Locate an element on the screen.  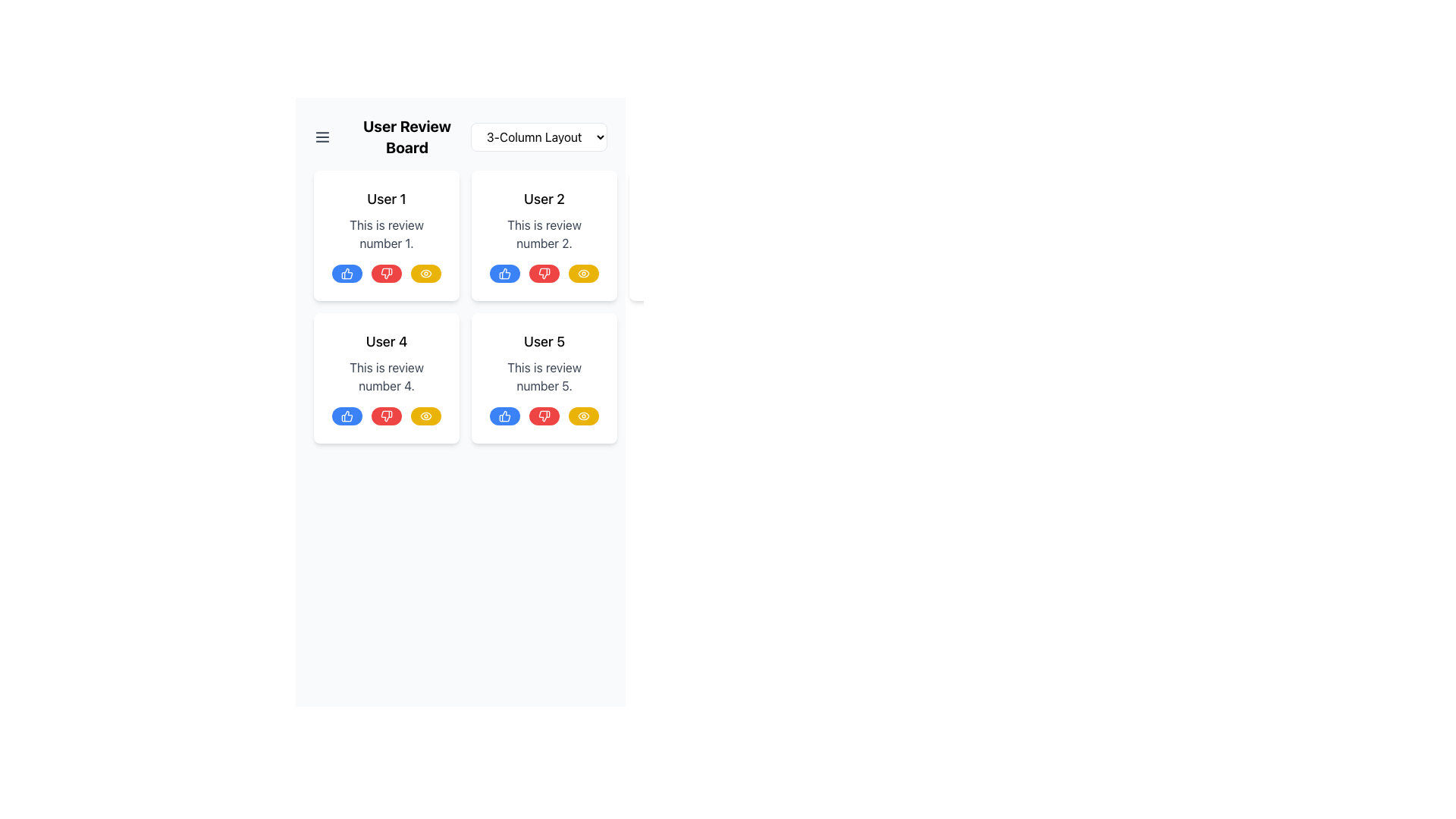
the visibility toggle button located in the bottom right corner of the card associated with 'User 2' is located at coordinates (582, 274).